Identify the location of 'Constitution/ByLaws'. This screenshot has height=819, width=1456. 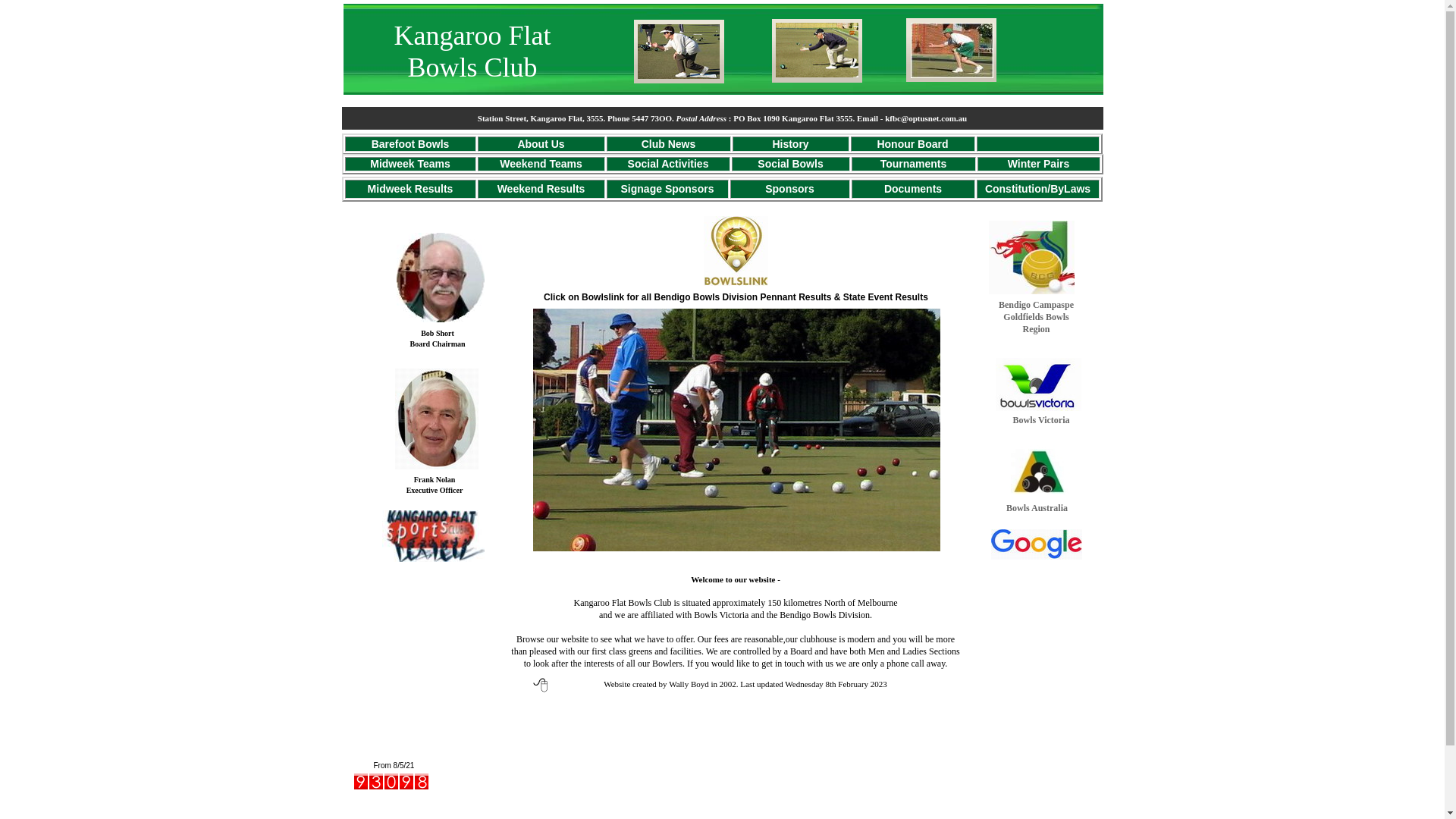
(1037, 187).